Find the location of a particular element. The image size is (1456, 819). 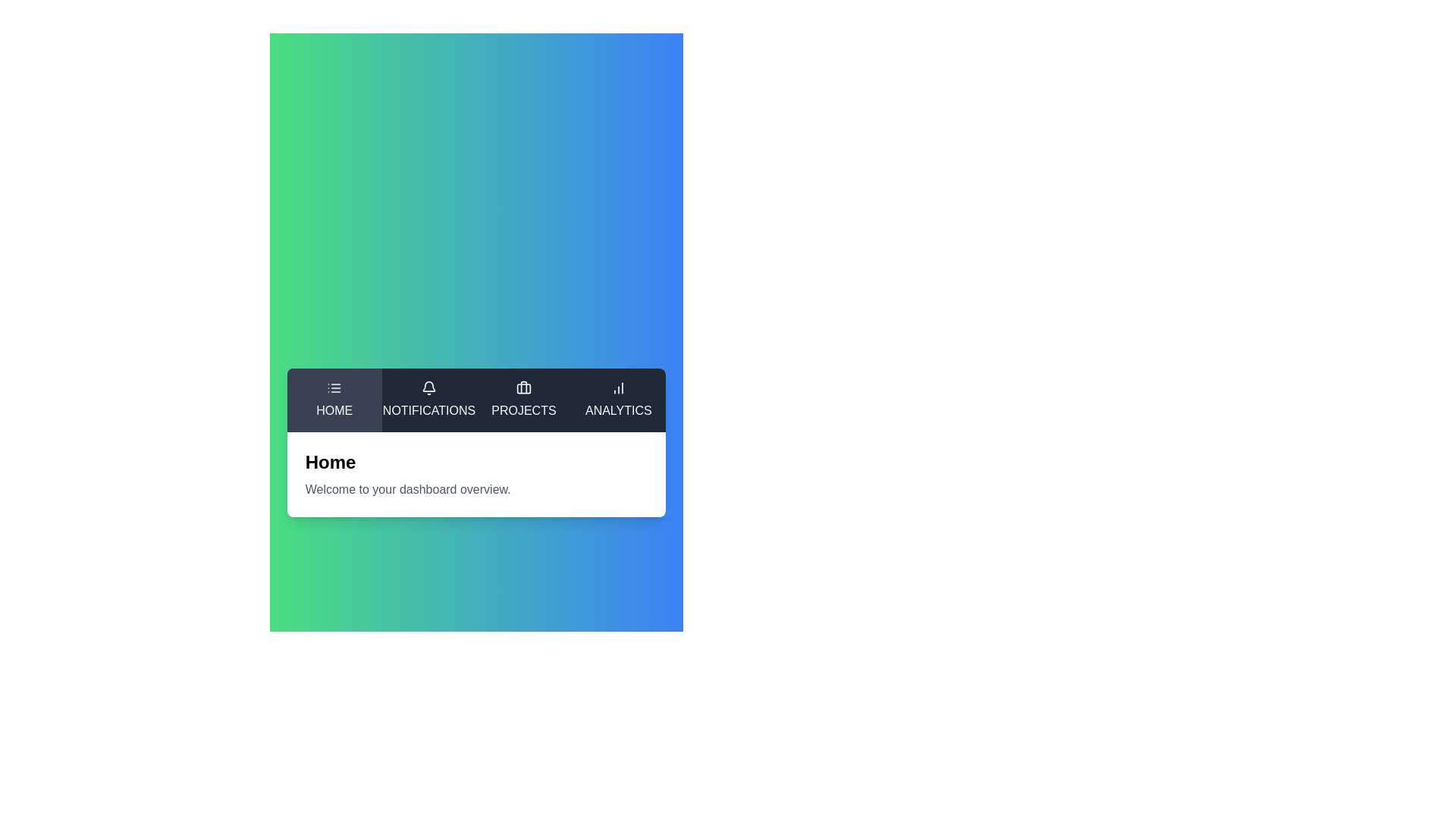

the tab labeled Projects to switch to it is located at coordinates (524, 400).